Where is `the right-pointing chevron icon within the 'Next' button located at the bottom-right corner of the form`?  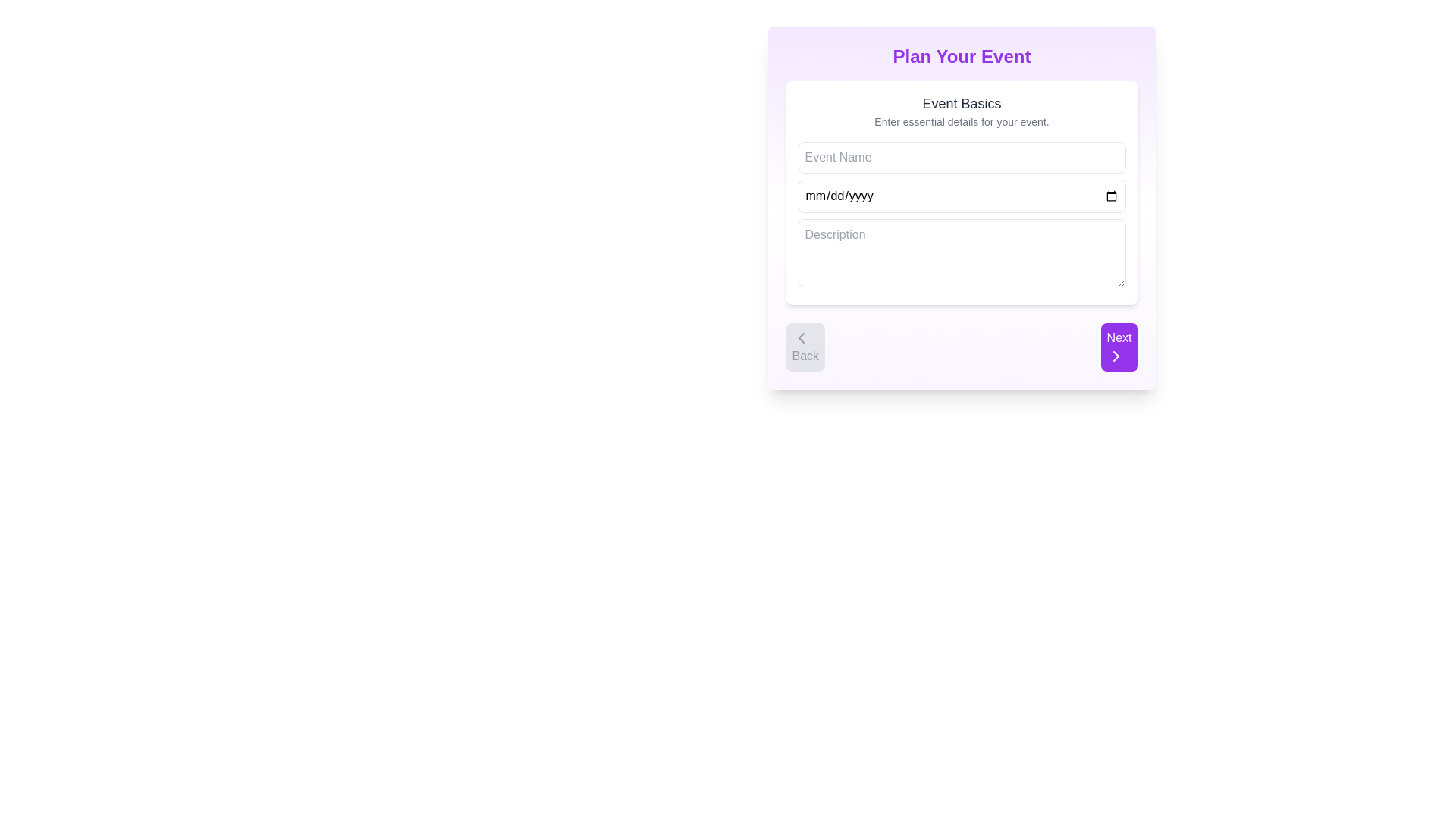 the right-pointing chevron icon within the 'Next' button located at the bottom-right corner of the form is located at coordinates (1116, 356).